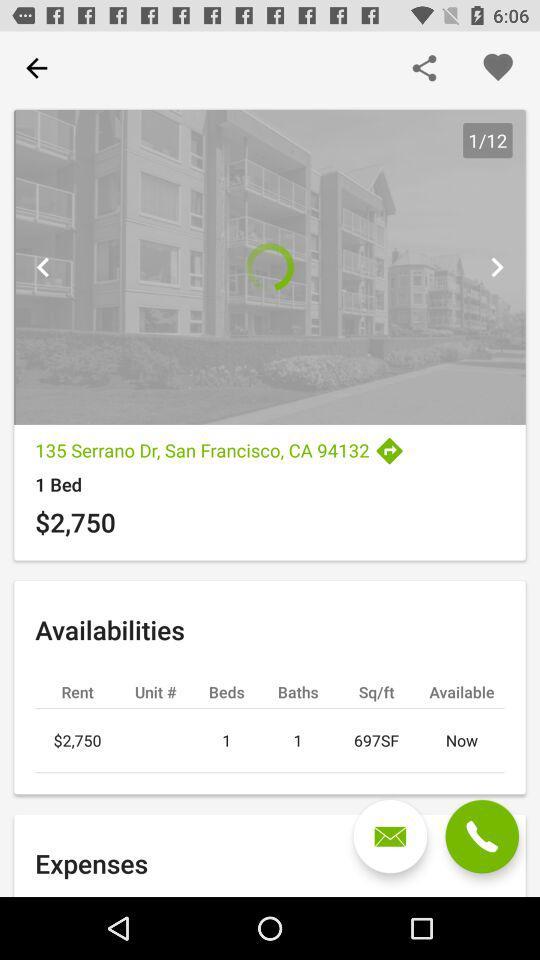 The height and width of the screenshot is (960, 540). Describe the element at coordinates (481, 836) in the screenshot. I see `the call icon` at that location.